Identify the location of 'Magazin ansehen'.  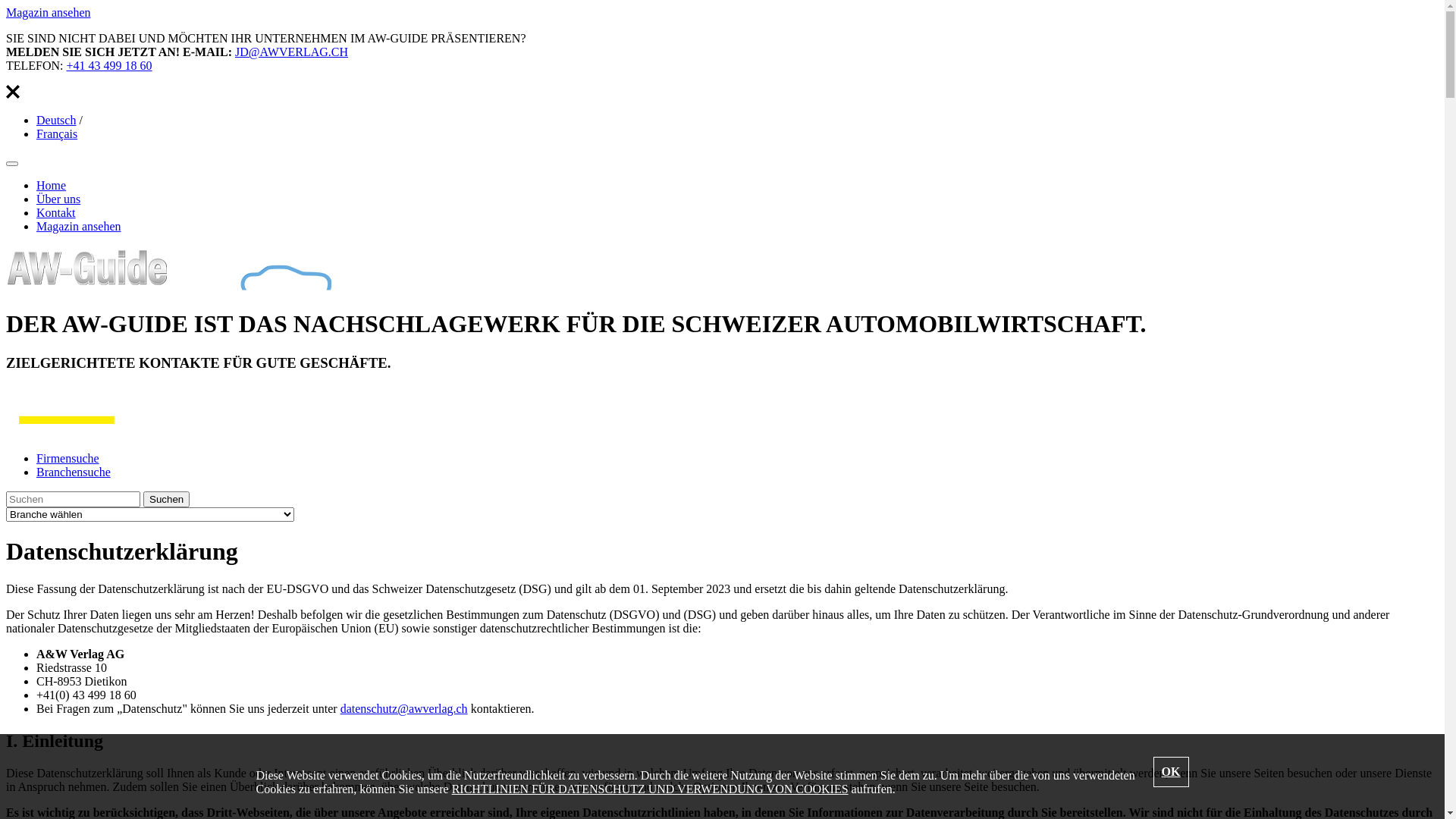
(78, 226).